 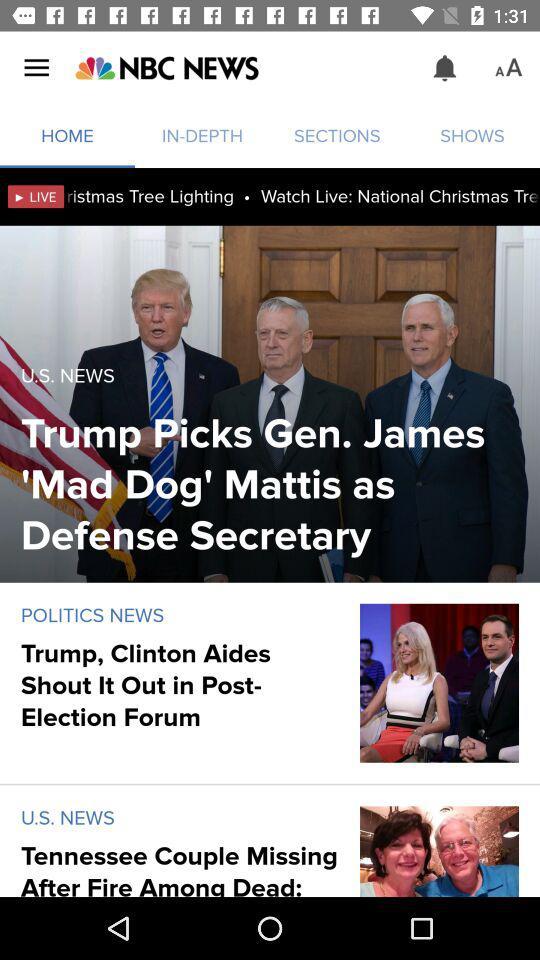 What do you see at coordinates (165, 68) in the screenshot?
I see `the icon next to sections item` at bounding box center [165, 68].